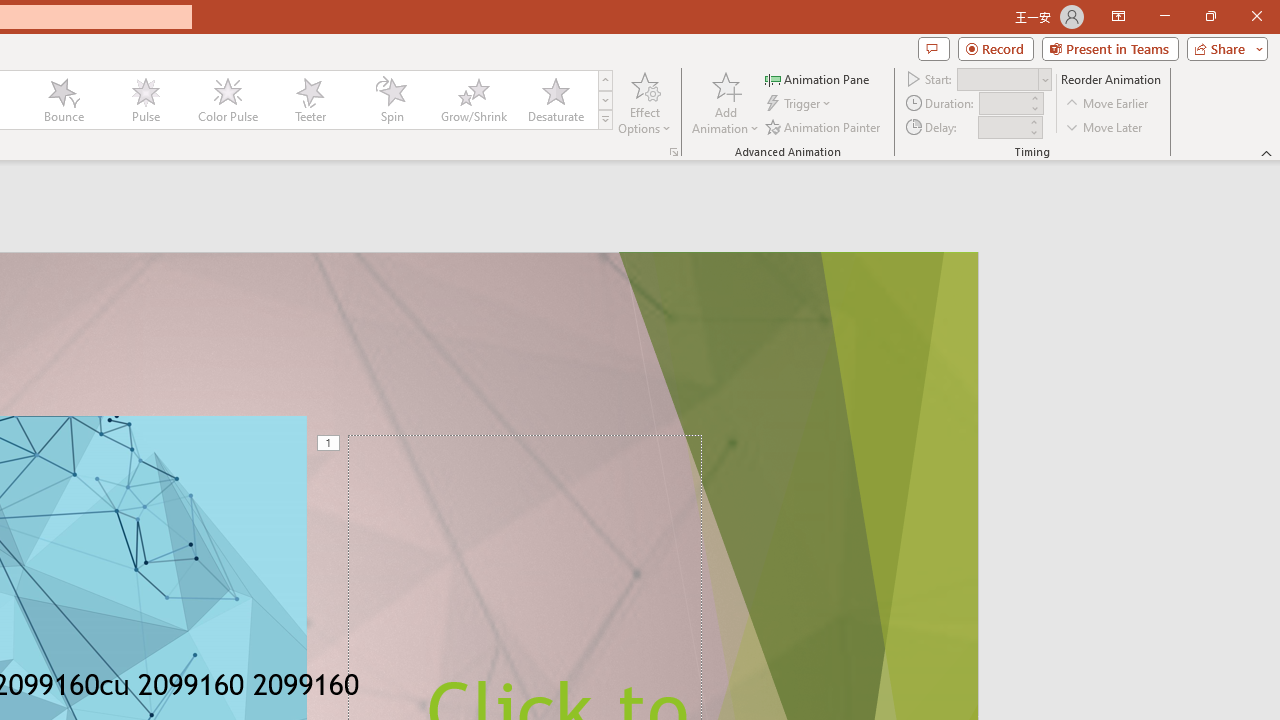  Describe the element at coordinates (800, 103) in the screenshot. I see `'Trigger'` at that location.